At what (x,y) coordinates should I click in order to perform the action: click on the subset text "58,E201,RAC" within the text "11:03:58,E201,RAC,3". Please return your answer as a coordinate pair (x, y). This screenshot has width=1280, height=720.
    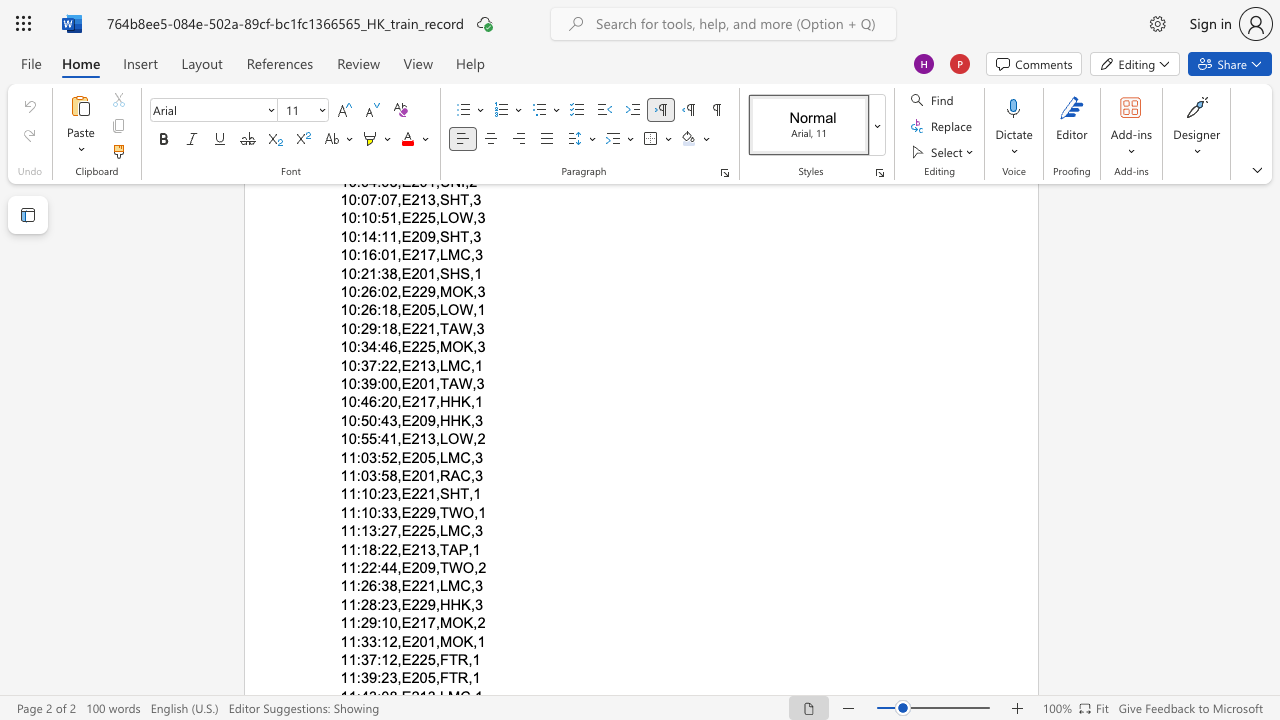
    Looking at the image, I should click on (381, 475).